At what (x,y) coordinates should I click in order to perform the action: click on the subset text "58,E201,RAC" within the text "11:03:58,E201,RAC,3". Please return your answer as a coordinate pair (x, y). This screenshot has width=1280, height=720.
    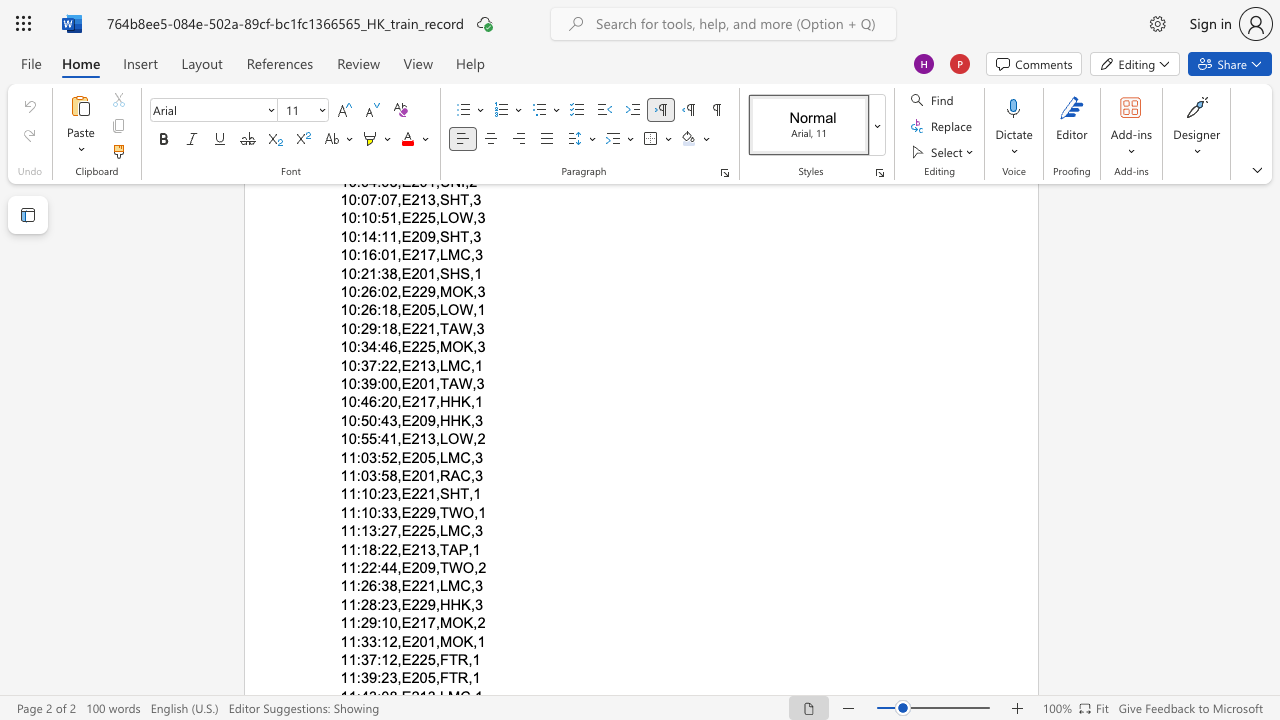
    Looking at the image, I should click on (381, 475).